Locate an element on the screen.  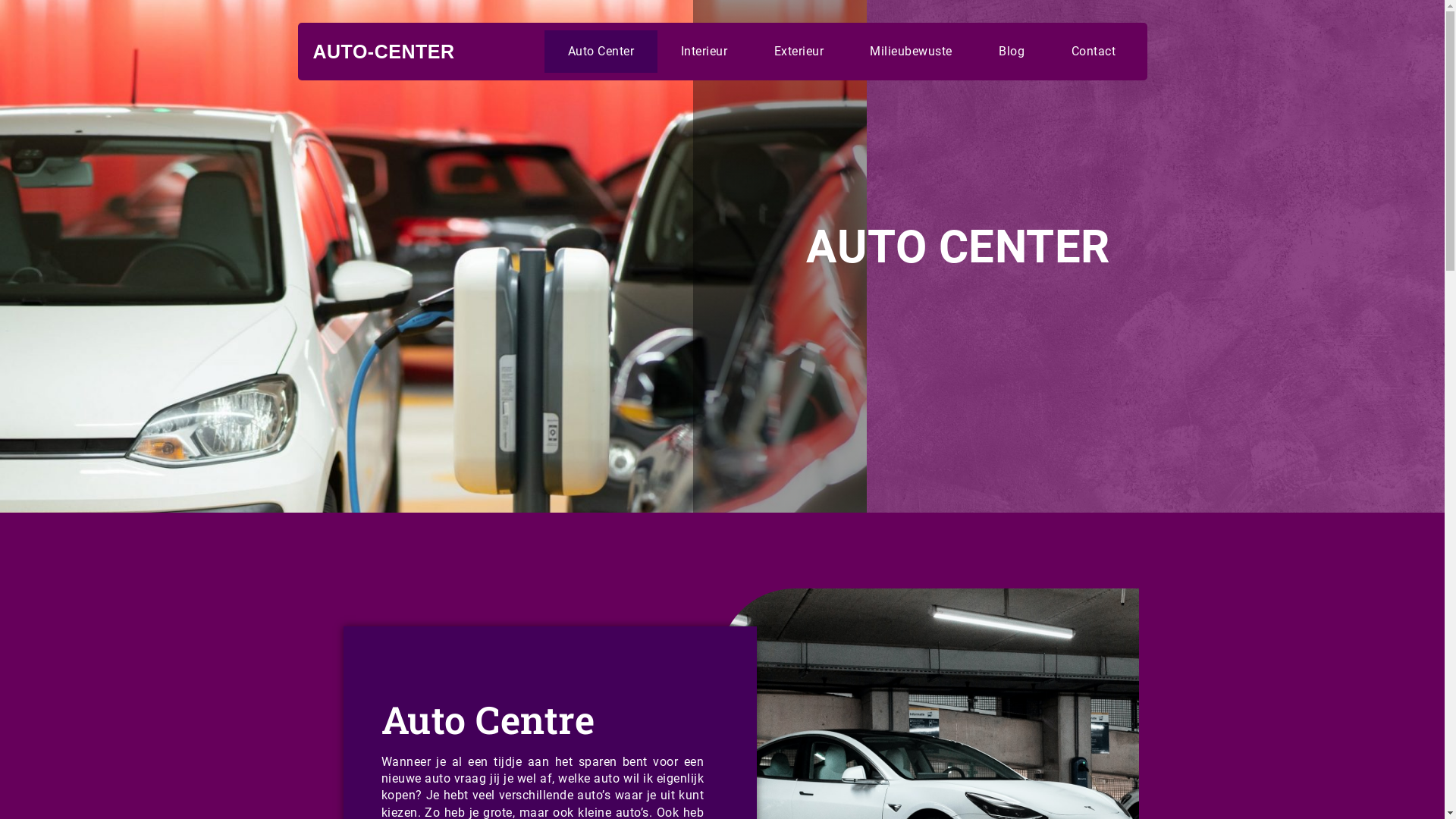
'Auto Center' is located at coordinates (544, 51).